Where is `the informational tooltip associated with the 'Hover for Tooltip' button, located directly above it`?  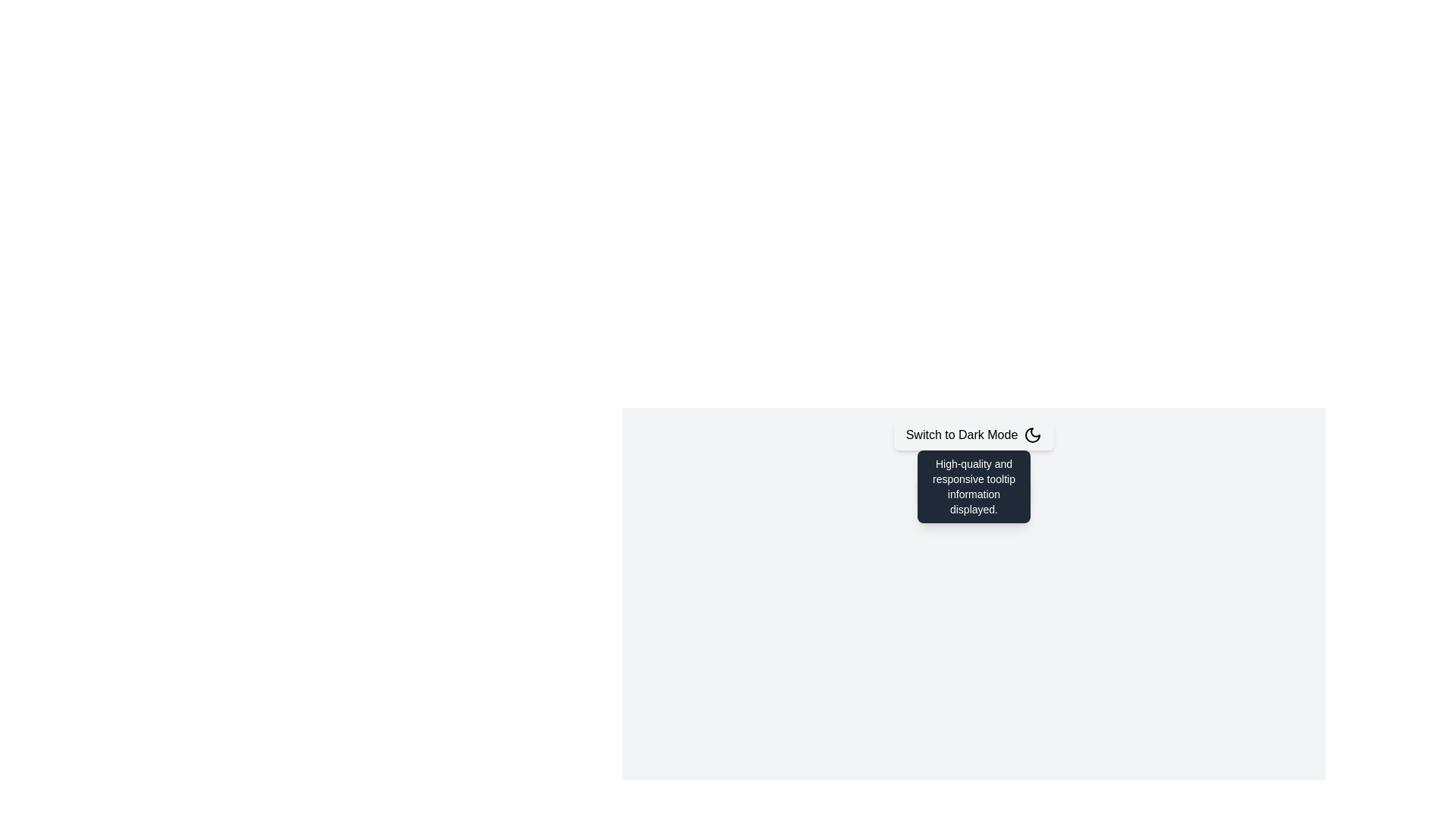 the informational tooltip associated with the 'Hover for Tooltip' button, located directly above it is located at coordinates (974, 489).